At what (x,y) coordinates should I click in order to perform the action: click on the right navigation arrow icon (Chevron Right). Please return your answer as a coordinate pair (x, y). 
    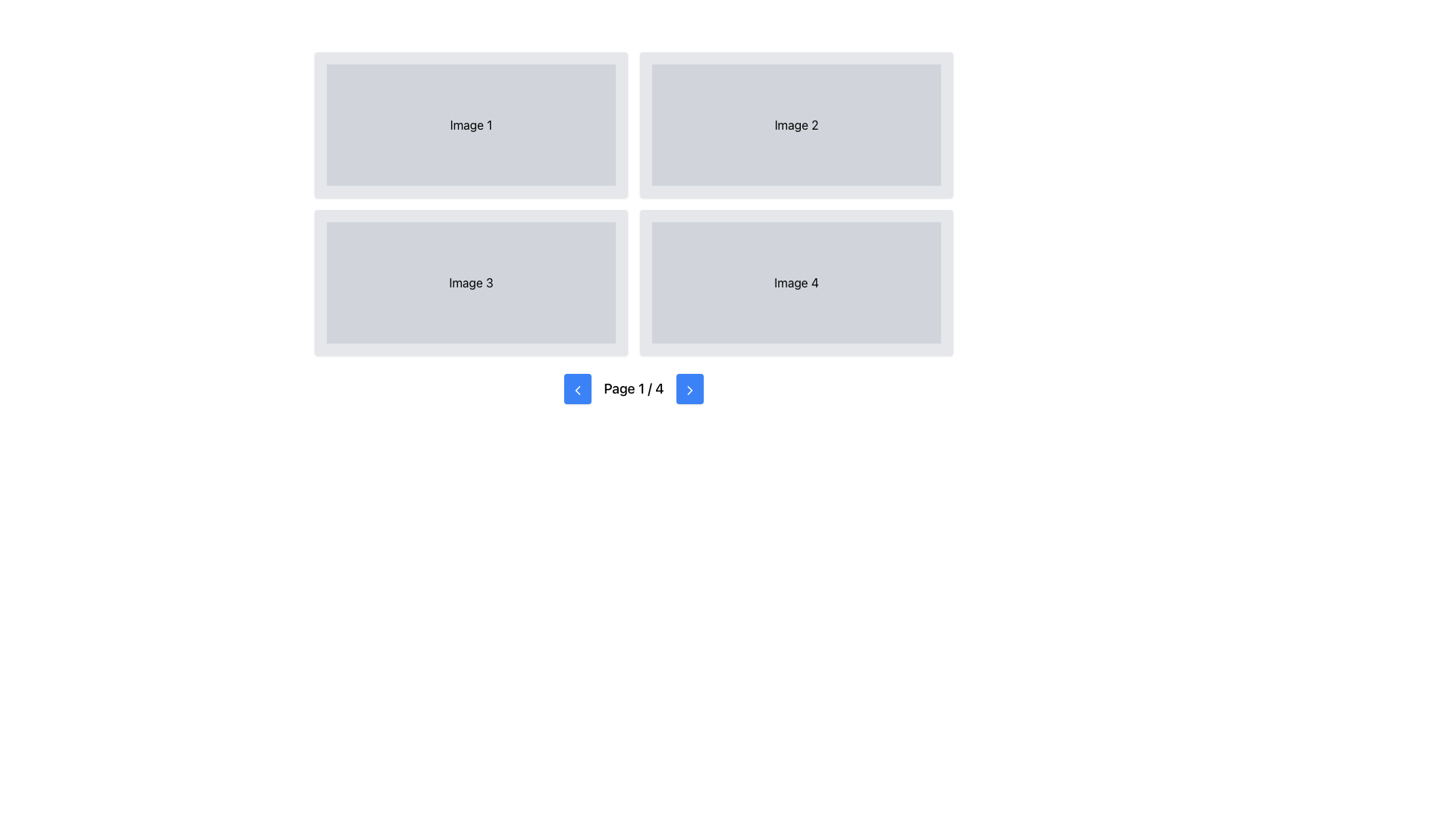
    Looking at the image, I should click on (689, 389).